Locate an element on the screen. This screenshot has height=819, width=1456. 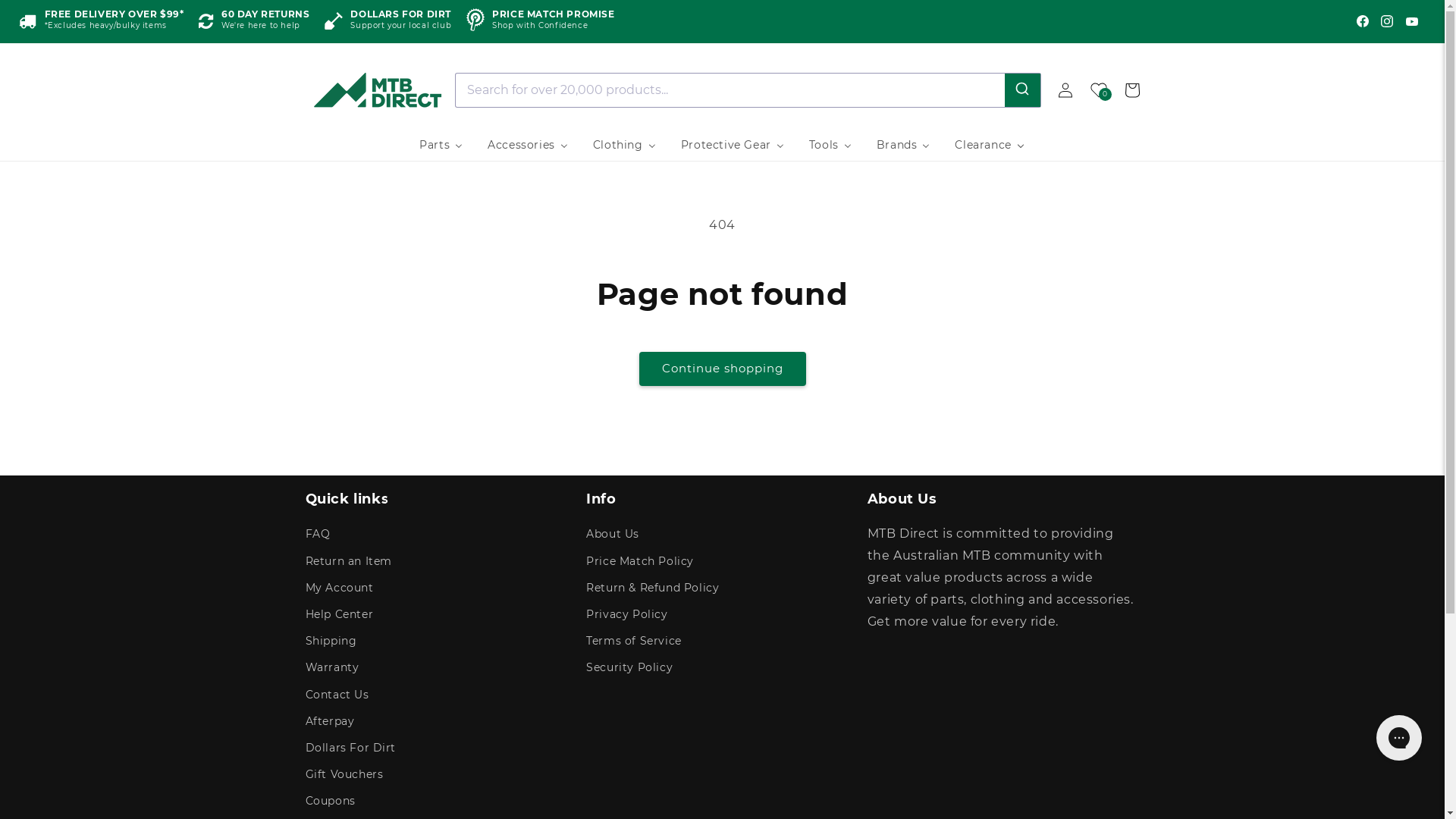
'Clearance' is located at coordinates (990, 145).